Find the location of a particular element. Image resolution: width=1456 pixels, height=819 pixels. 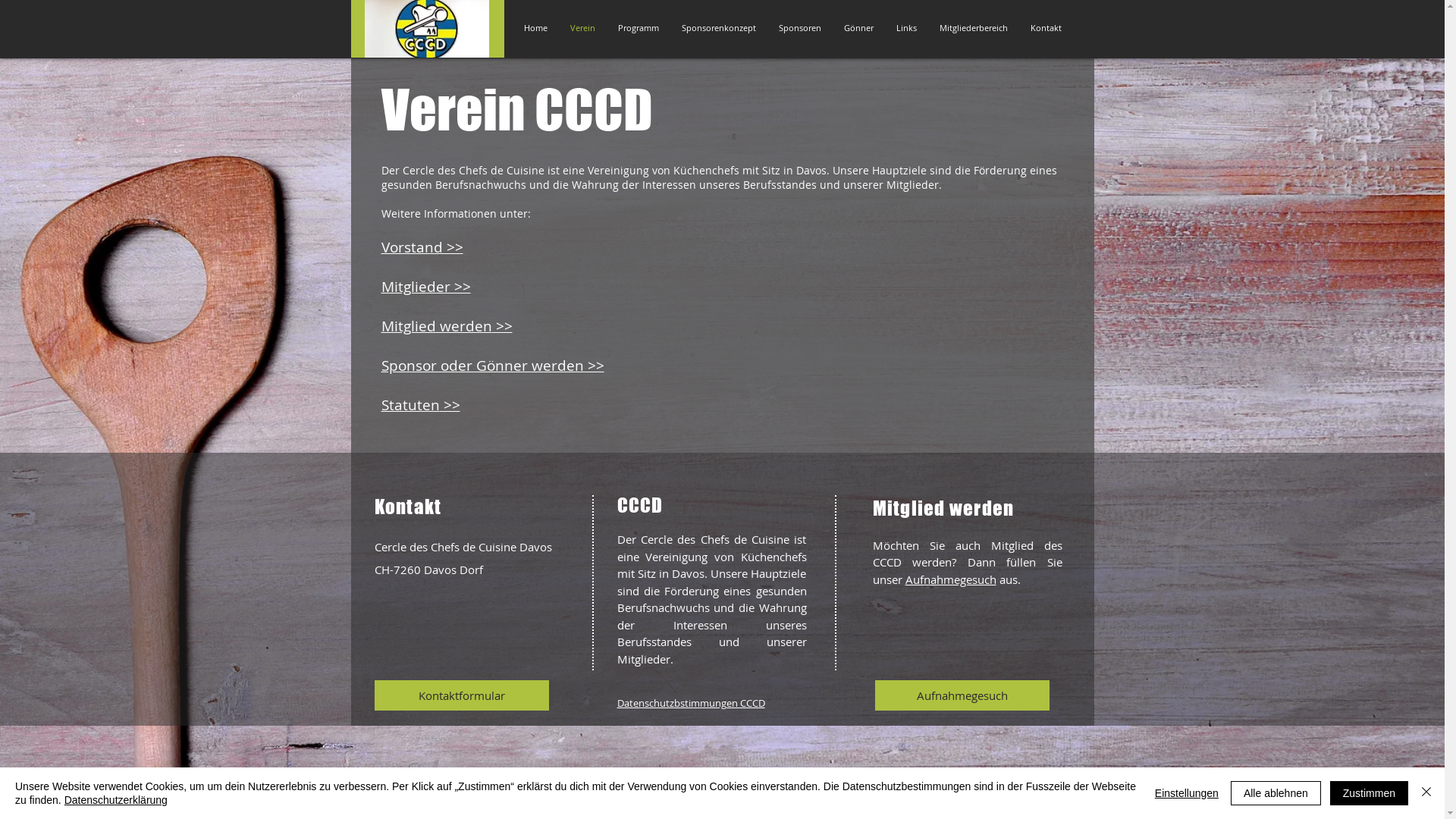

'Programm' is located at coordinates (638, 28).